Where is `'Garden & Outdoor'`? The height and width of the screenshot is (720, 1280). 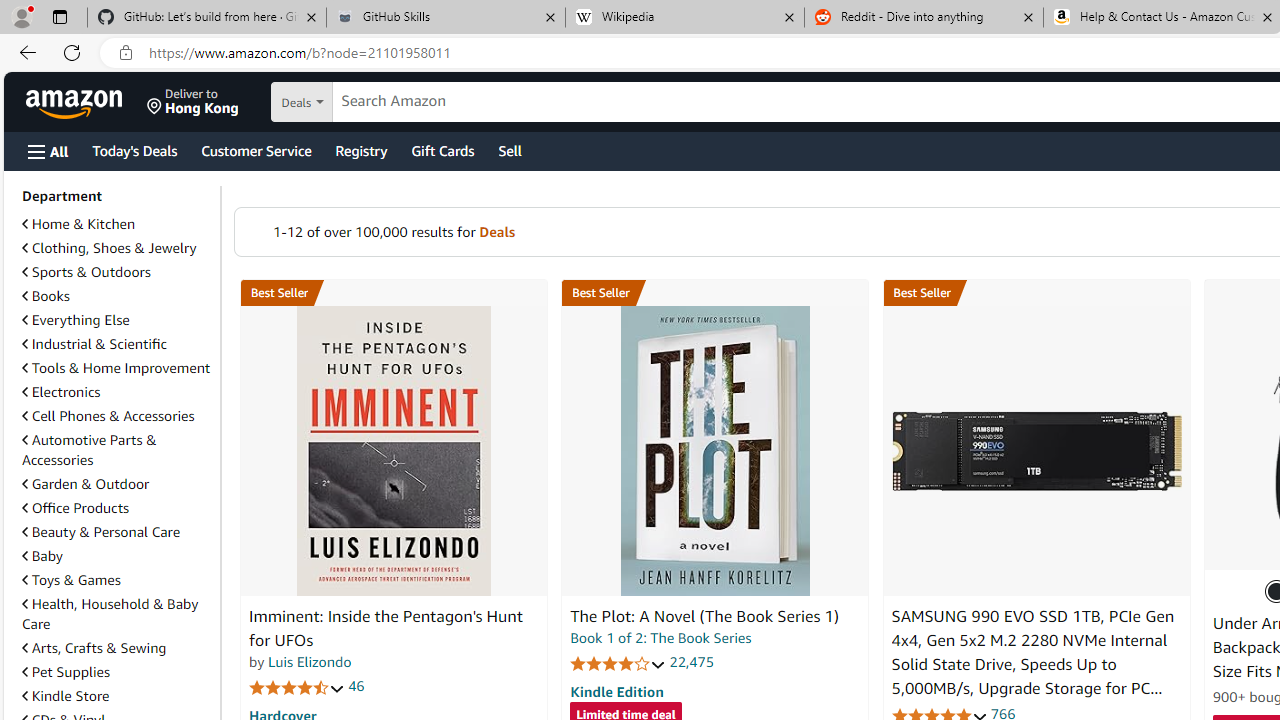
'Garden & Outdoor' is located at coordinates (116, 483).